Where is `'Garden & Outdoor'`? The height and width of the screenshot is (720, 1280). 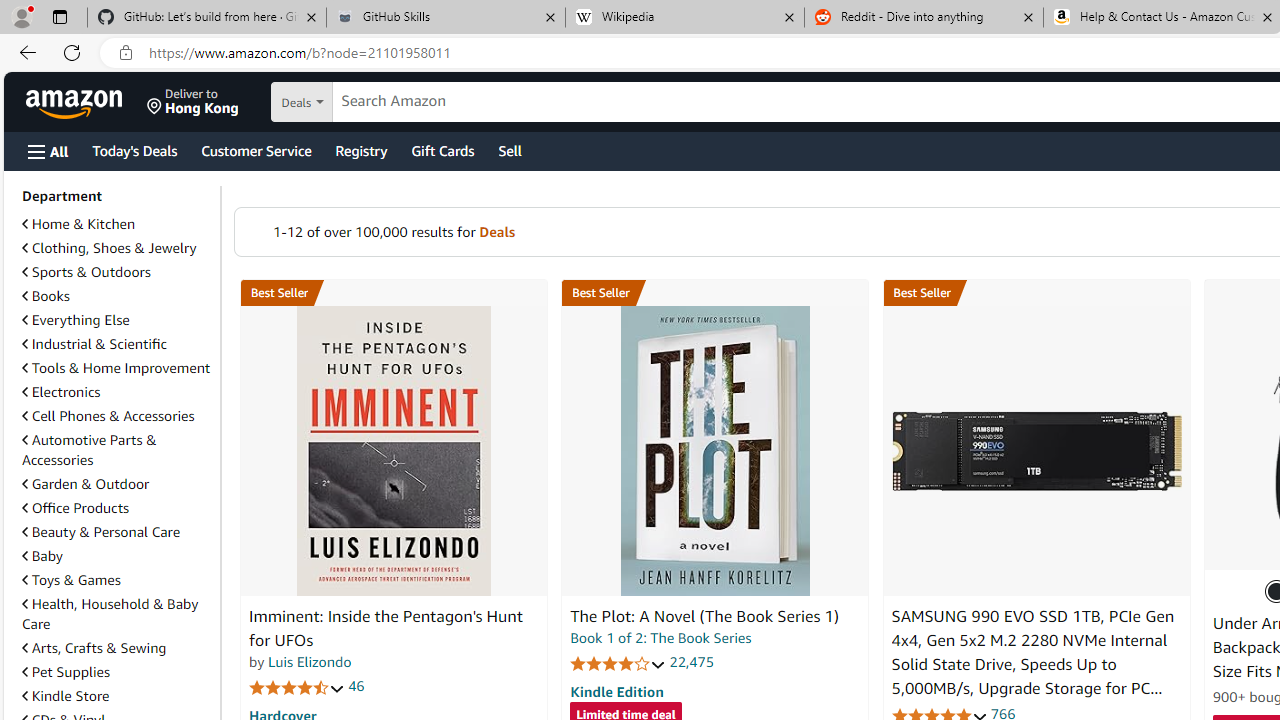
'Garden & Outdoor' is located at coordinates (116, 483).